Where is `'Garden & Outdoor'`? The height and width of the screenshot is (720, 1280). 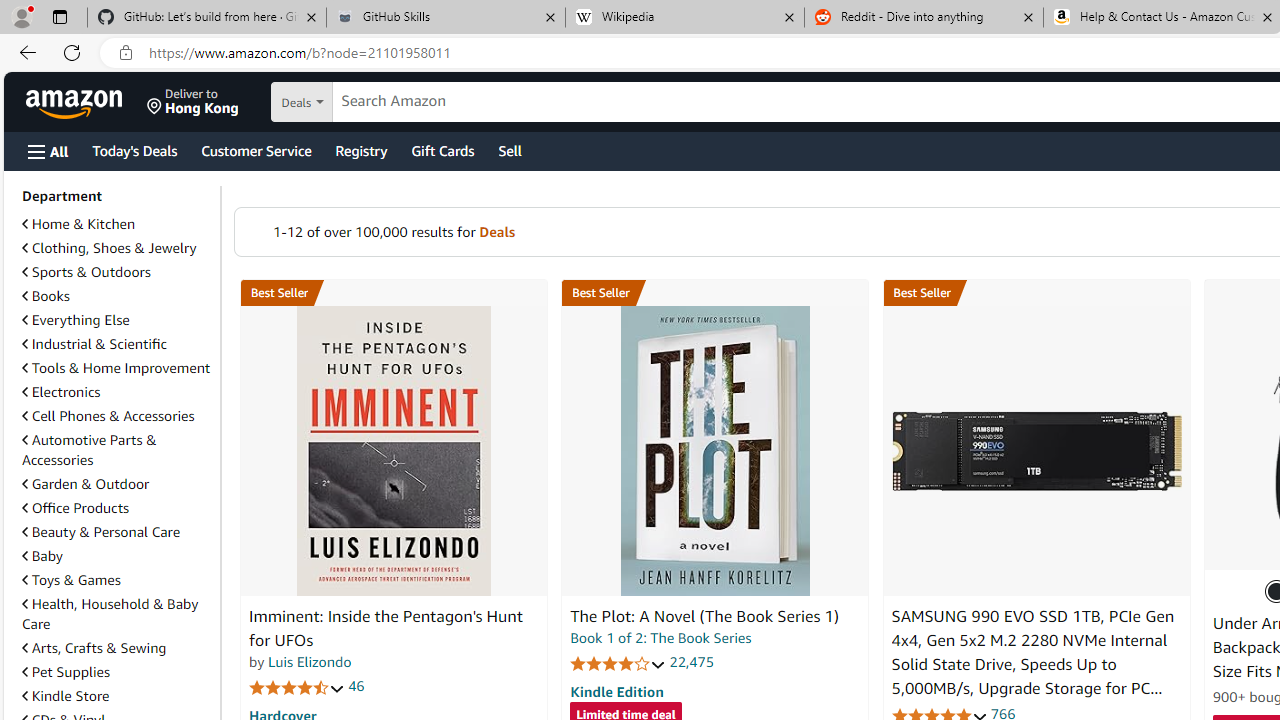
'Garden & Outdoor' is located at coordinates (116, 483).